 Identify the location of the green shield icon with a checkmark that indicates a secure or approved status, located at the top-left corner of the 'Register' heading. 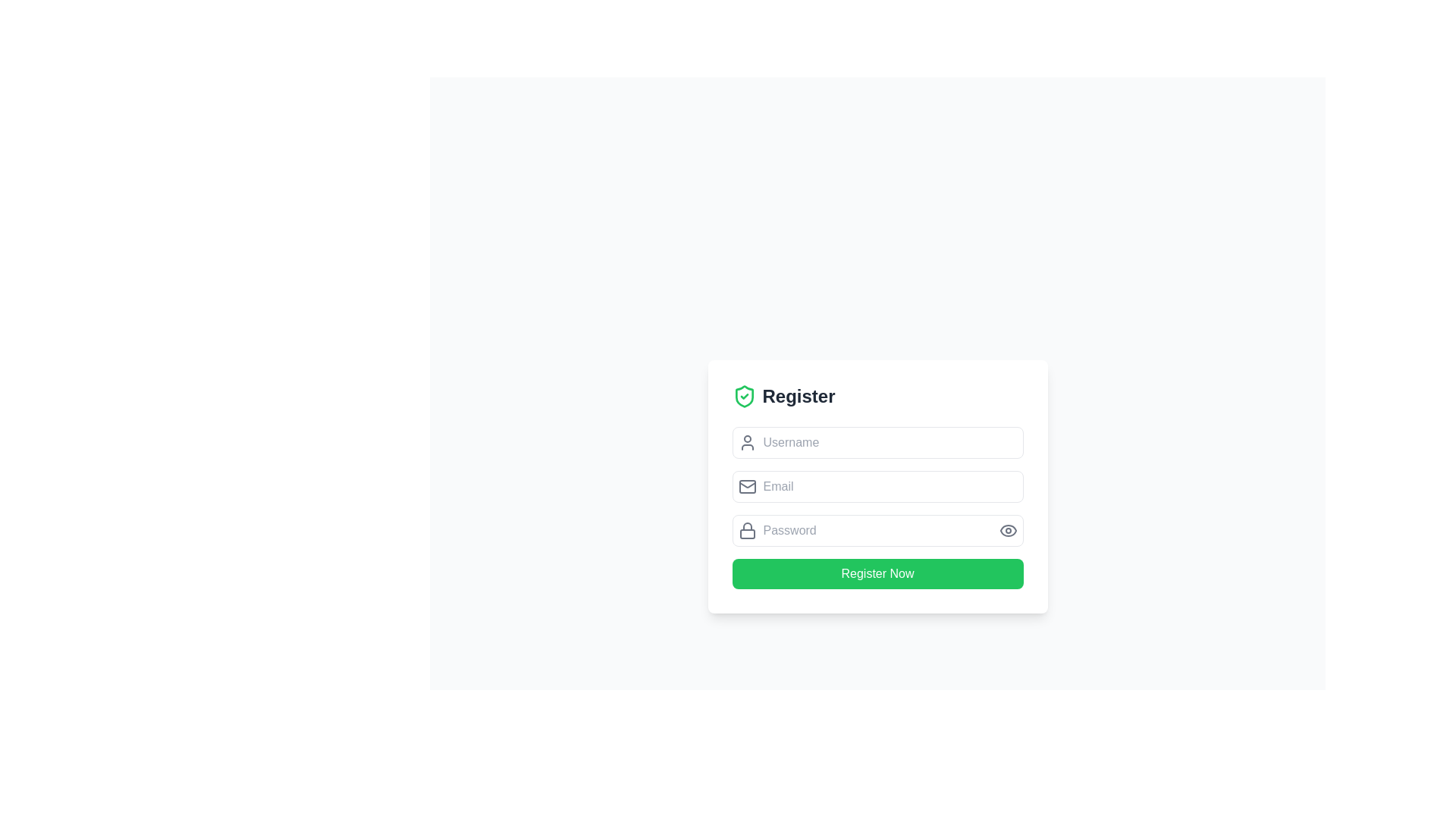
(744, 396).